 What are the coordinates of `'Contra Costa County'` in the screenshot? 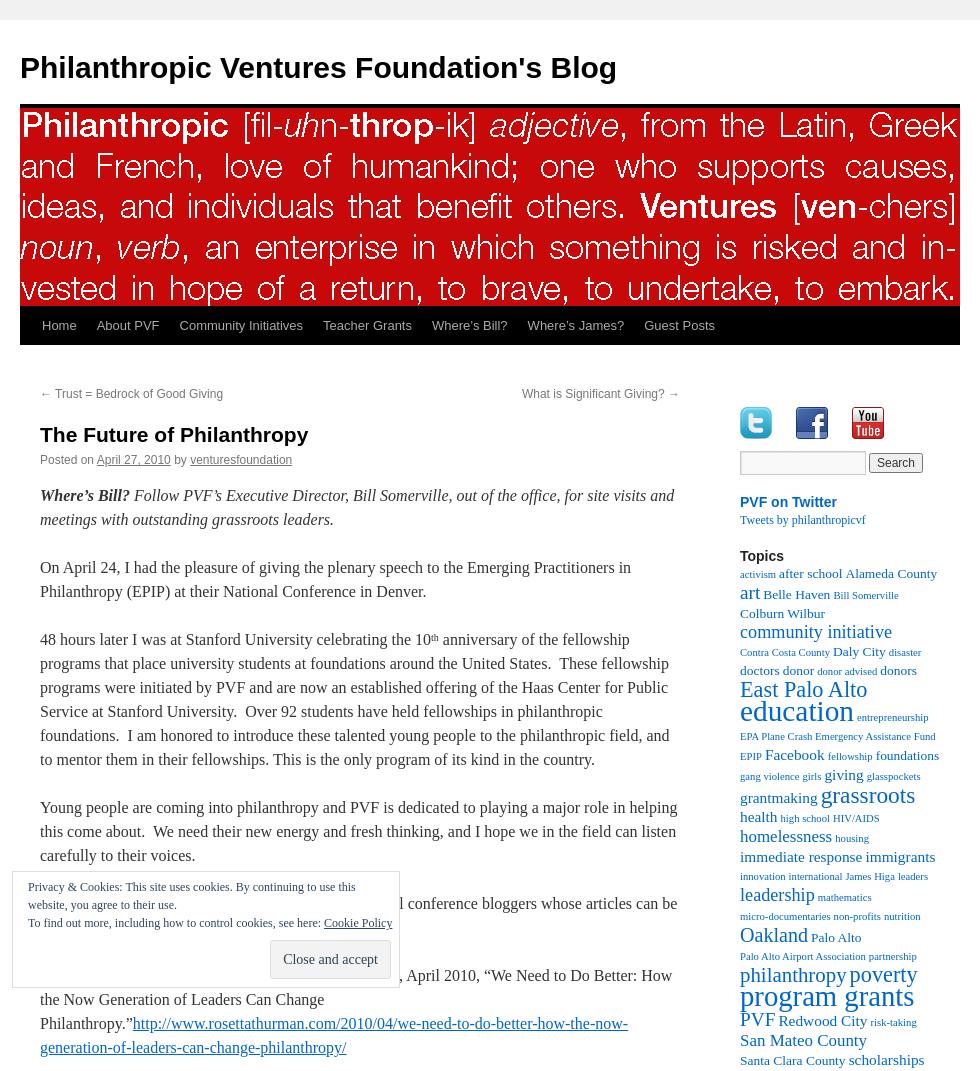 It's located at (784, 651).